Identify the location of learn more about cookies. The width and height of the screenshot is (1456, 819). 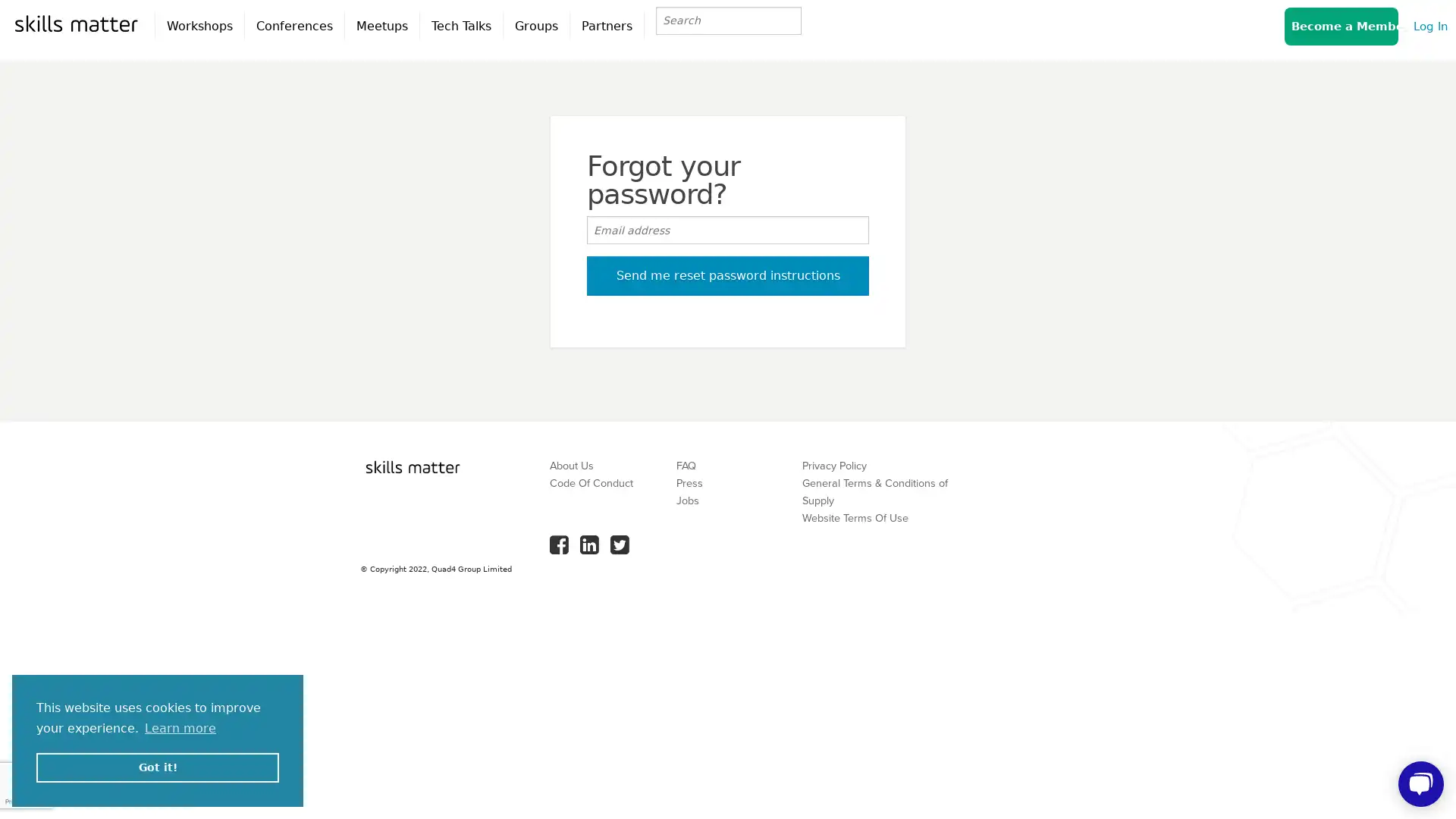
(180, 727).